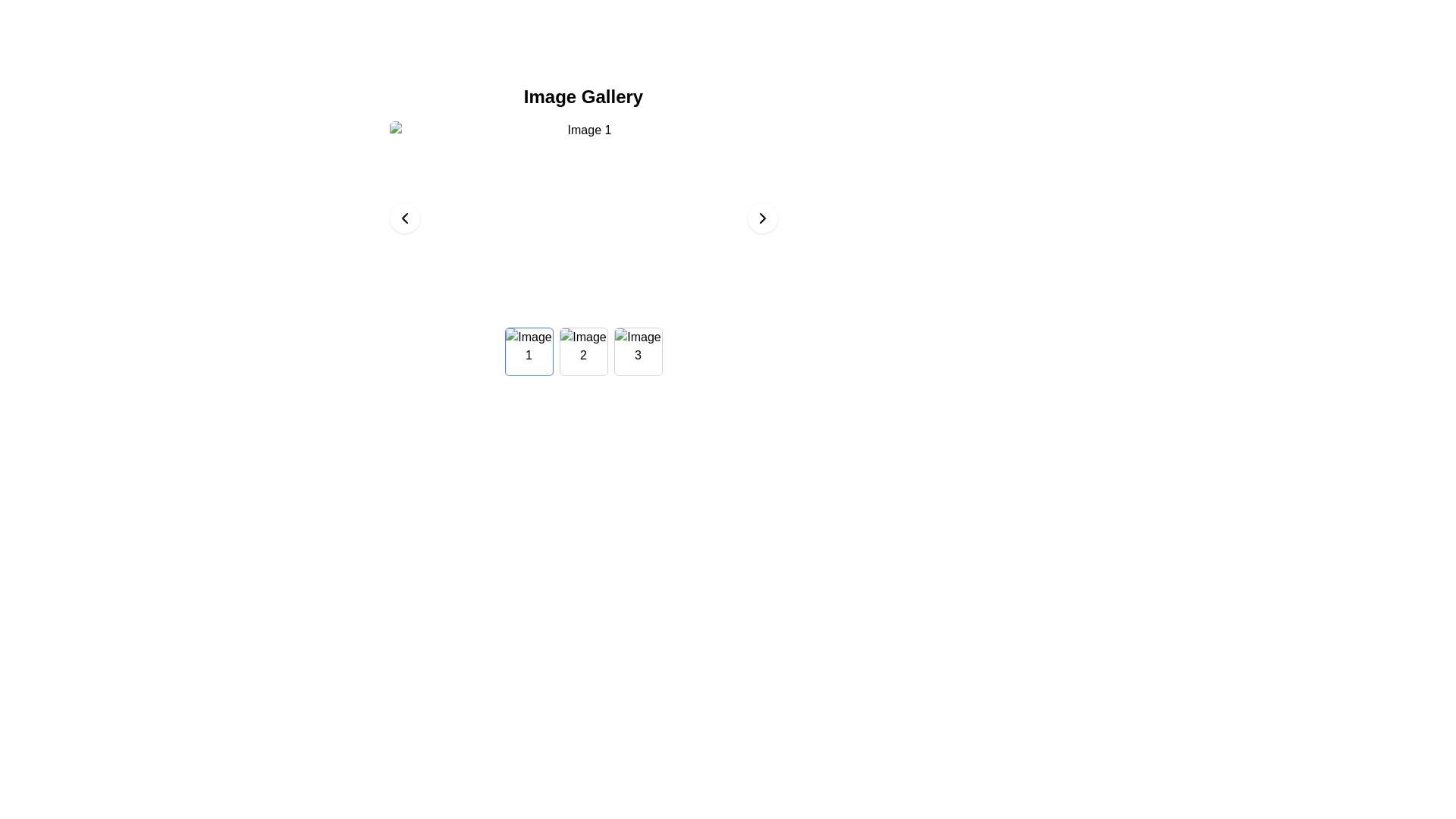 This screenshot has height=819, width=1456. I want to click on the rightward-pointing chevron icon inside the circular button with a white background, so click(762, 218).